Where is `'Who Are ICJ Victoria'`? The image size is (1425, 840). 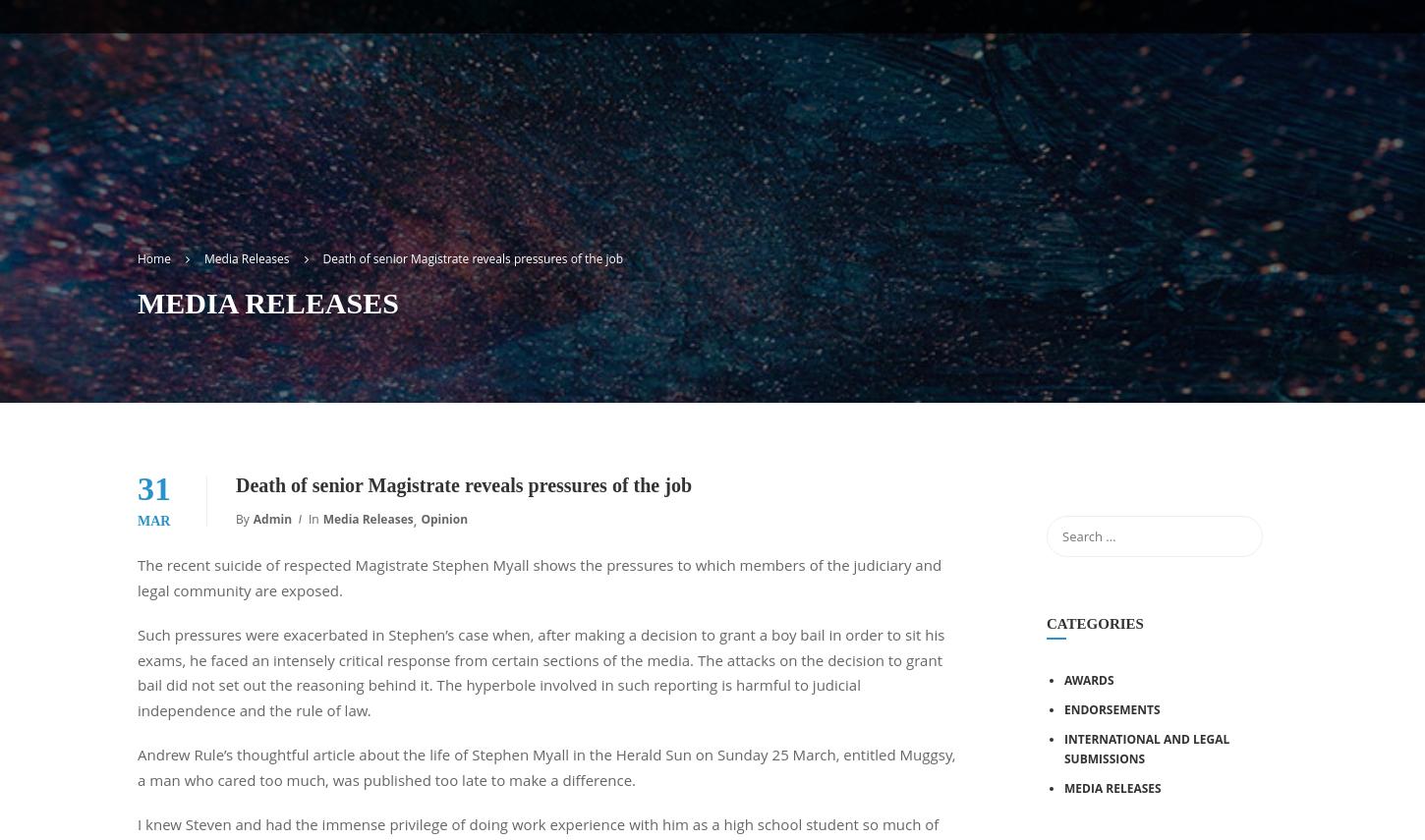
'Who Are ICJ Victoria' is located at coordinates (559, 260).